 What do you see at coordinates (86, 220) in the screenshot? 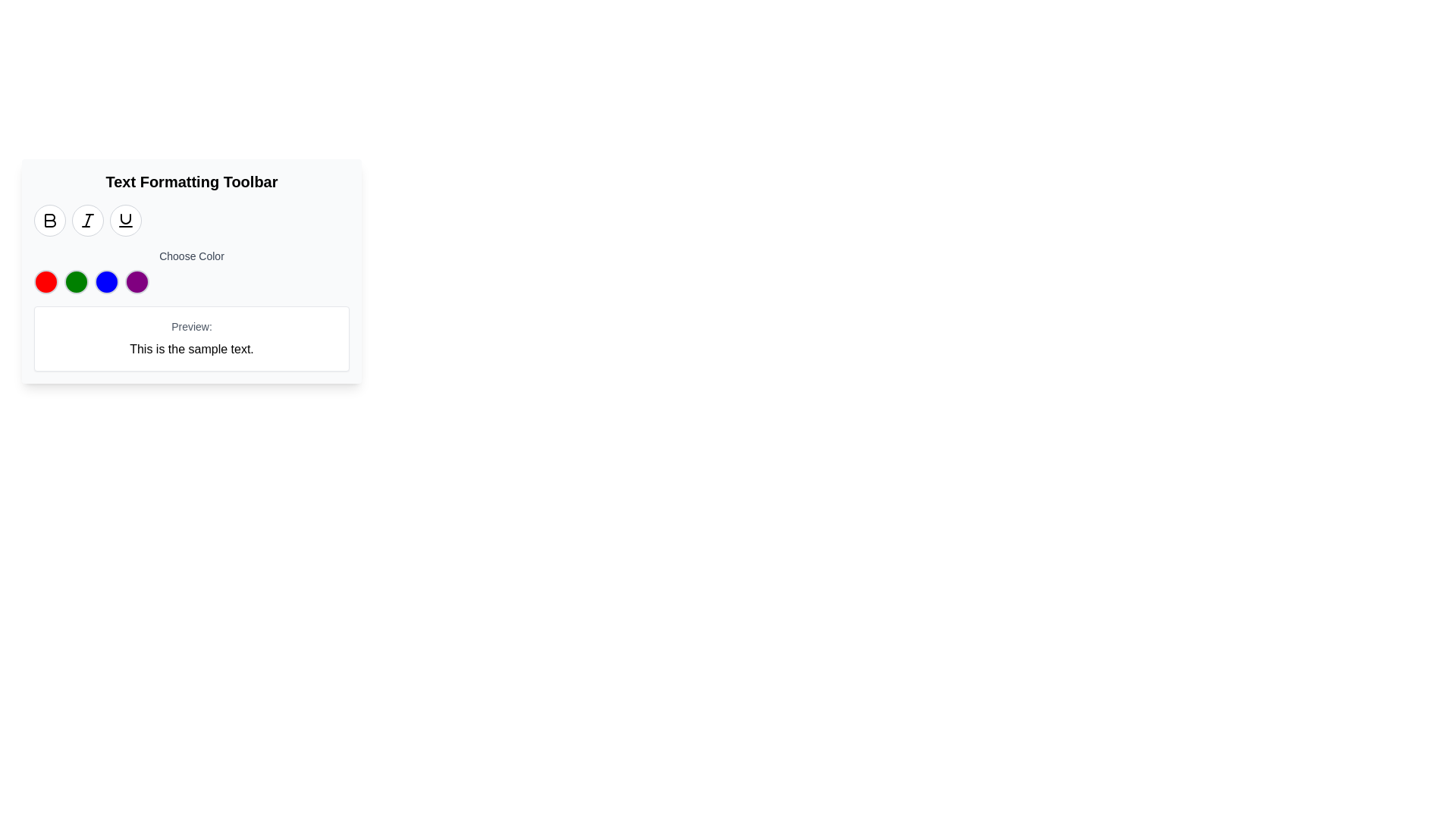
I see `the italic-style icon button represented by a slanted capital 'I' in the text formatting toolbar to apply italic formatting` at bounding box center [86, 220].